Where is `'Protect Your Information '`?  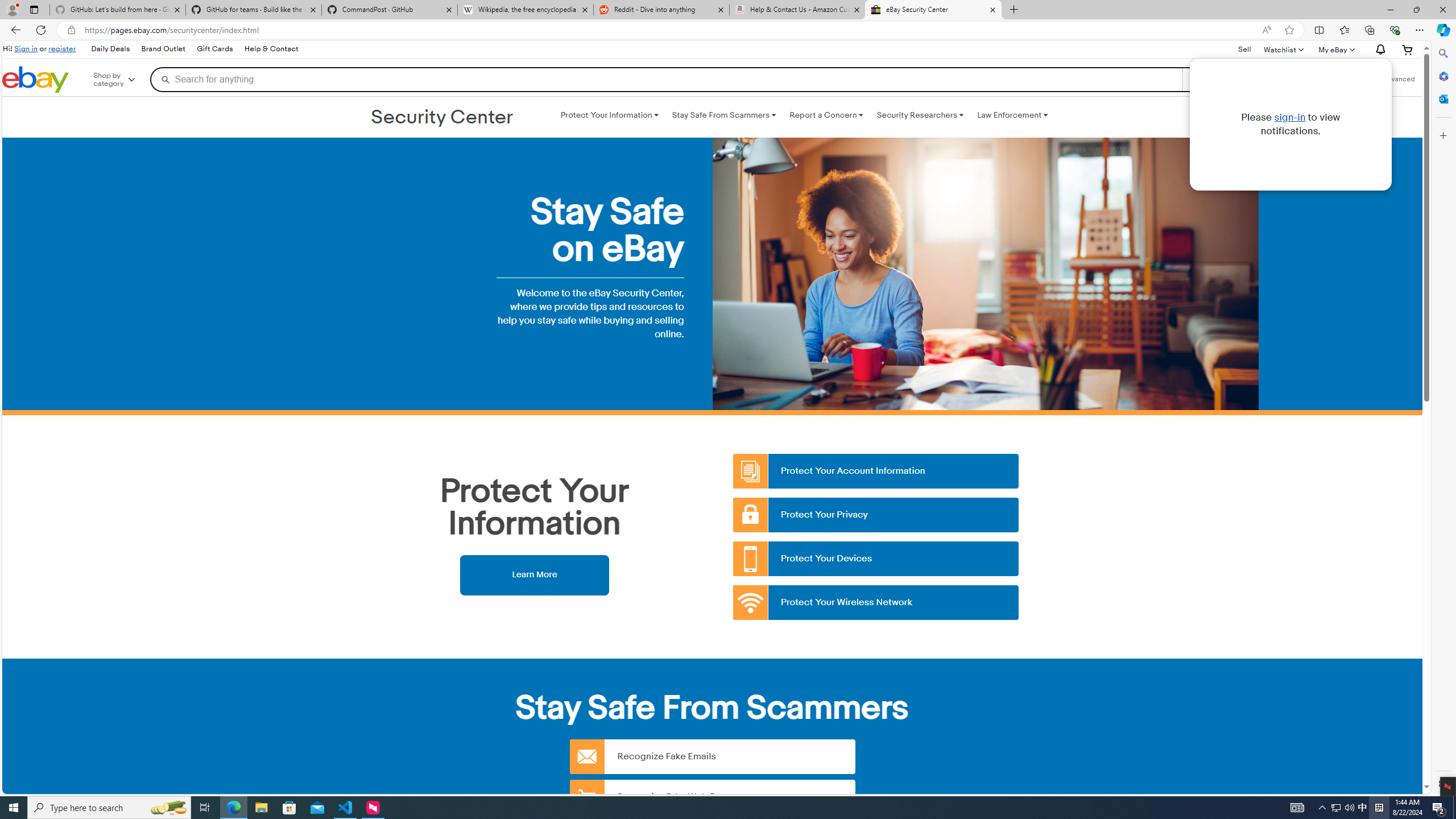
'Protect Your Information ' is located at coordinates (609, 115).